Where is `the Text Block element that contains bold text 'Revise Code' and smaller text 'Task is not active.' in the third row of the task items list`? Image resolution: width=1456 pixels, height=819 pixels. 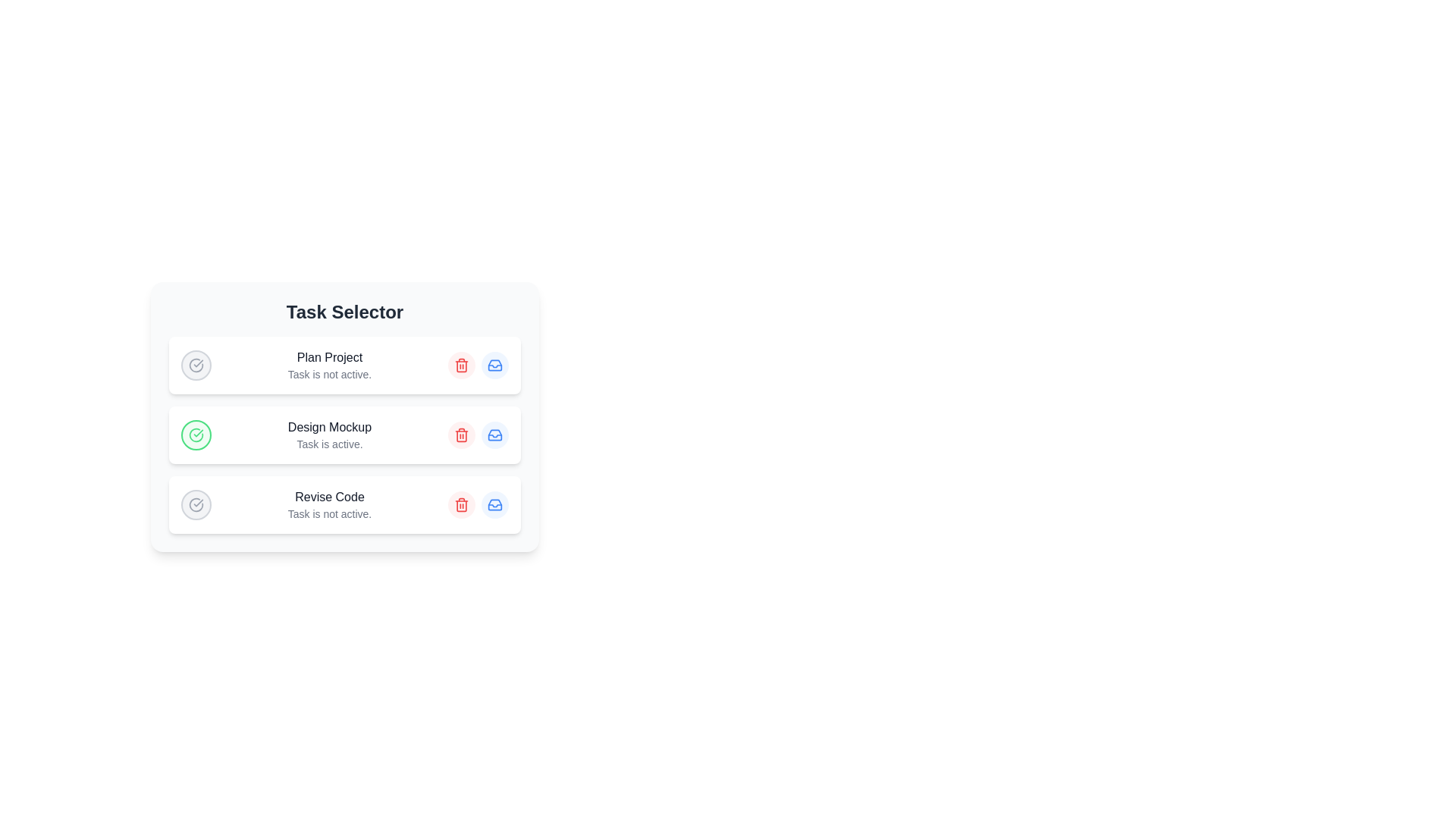
the Text Block element that contains bold text 'Revise Code' and smaller text 'Task is not active.' in the third row of the task items list is located at coordinates (329, 505).